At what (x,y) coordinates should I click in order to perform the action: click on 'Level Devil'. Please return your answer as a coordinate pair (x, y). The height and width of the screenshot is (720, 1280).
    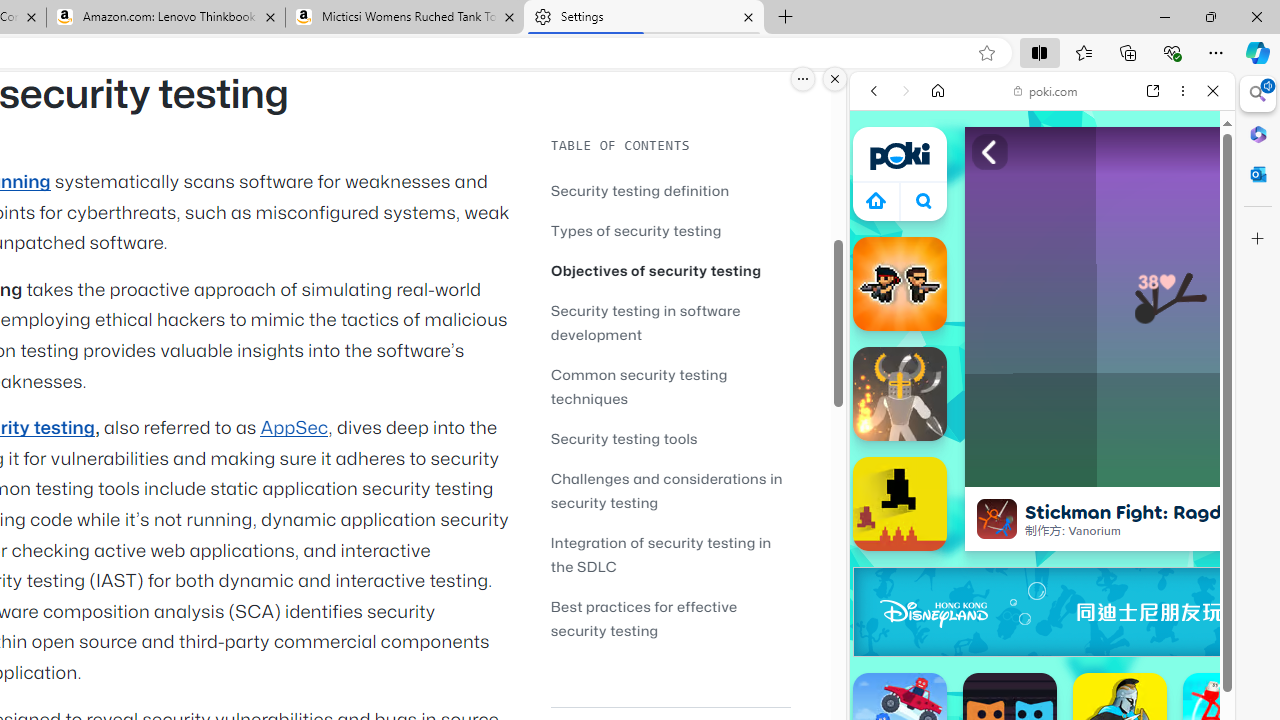
    Looking at the image, I should click on (898, 502).